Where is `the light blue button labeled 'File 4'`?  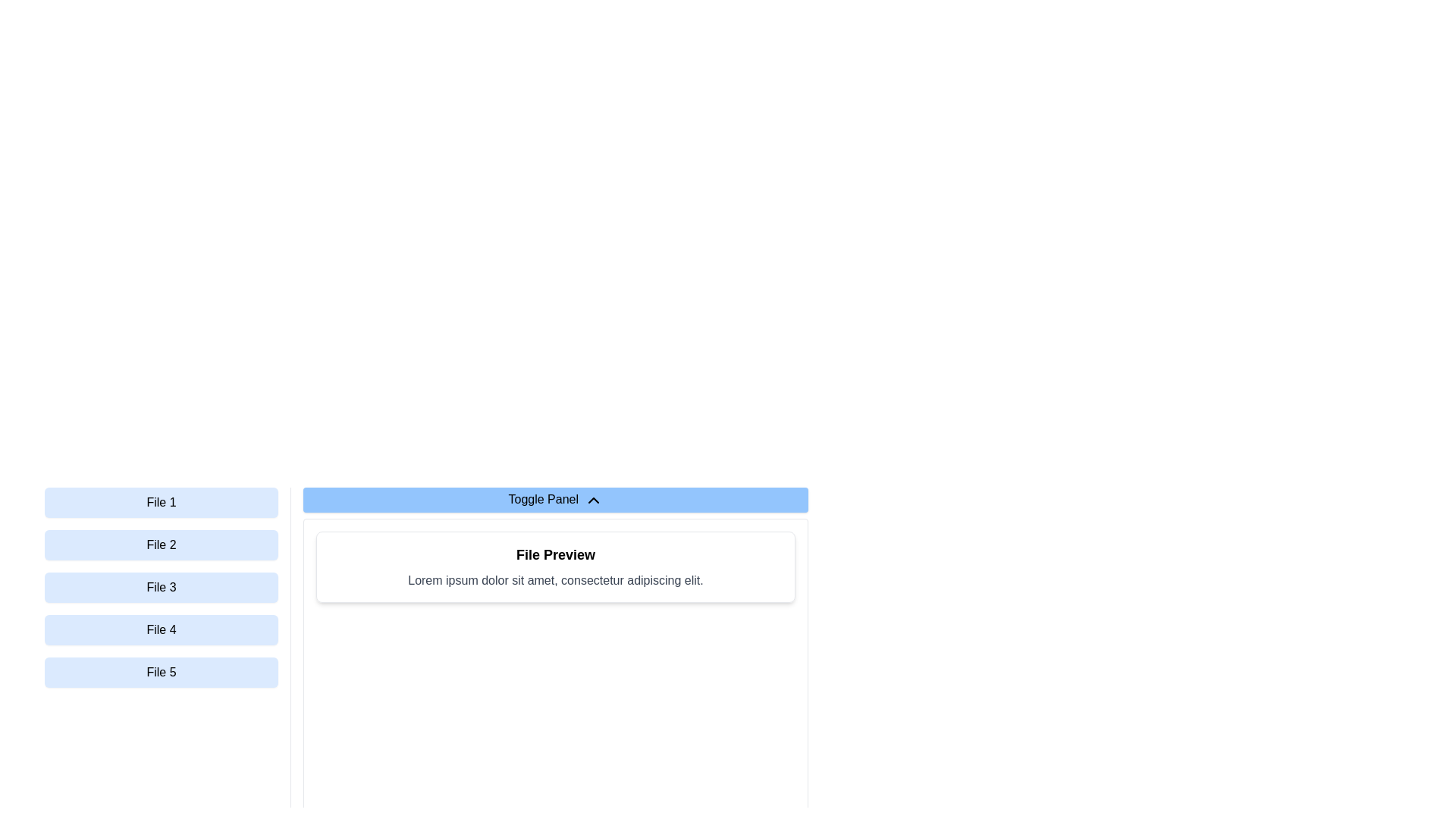
the light blue button labeled 'File 4' is located at coordinates (161, 629).